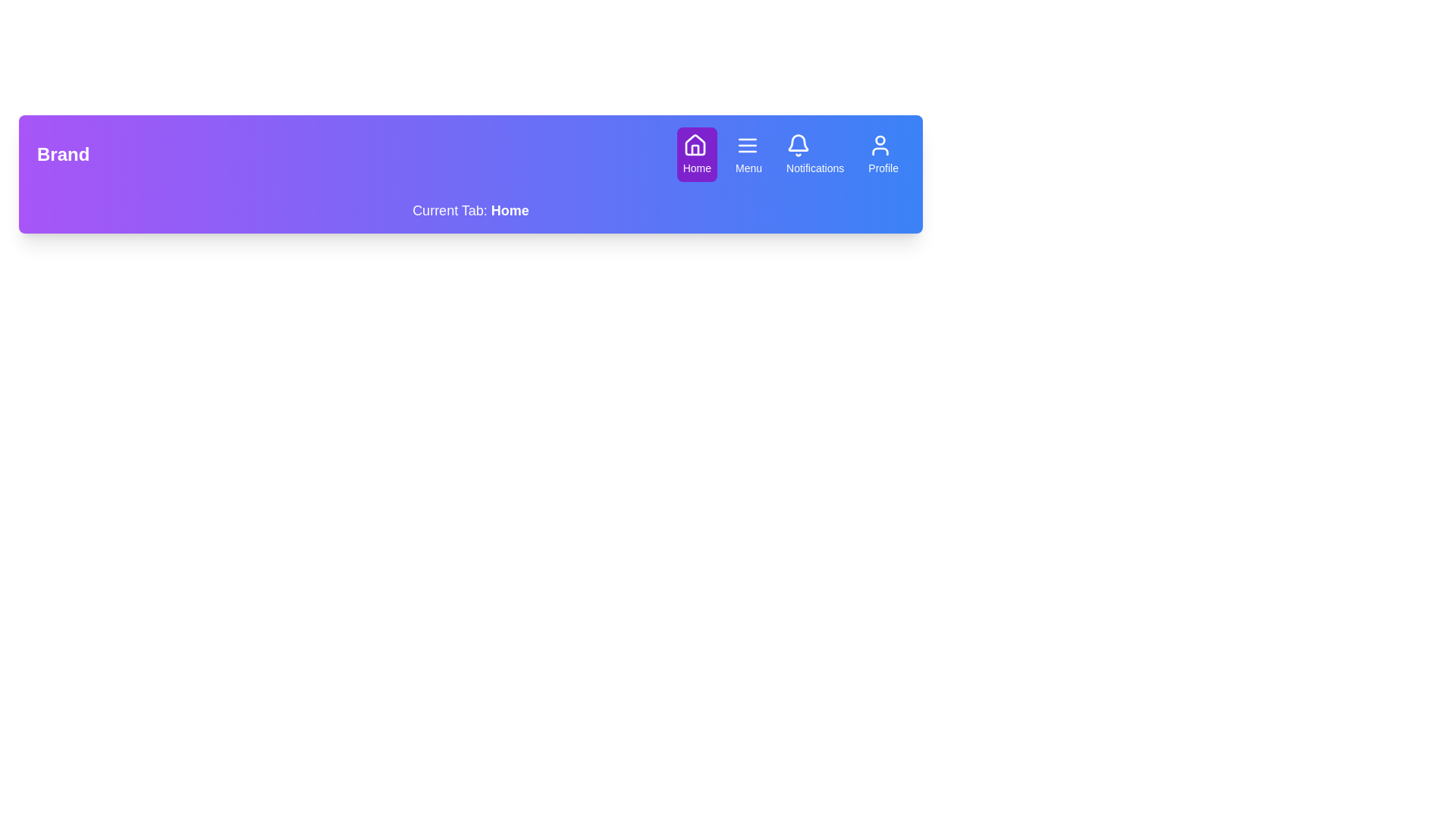 The image size is (1456, 819). I want to click on visually the decorative part of the notification bell icon, which is the third item from the left in the top navigation bar with a gradient purple and blue background, so click(798, 143).